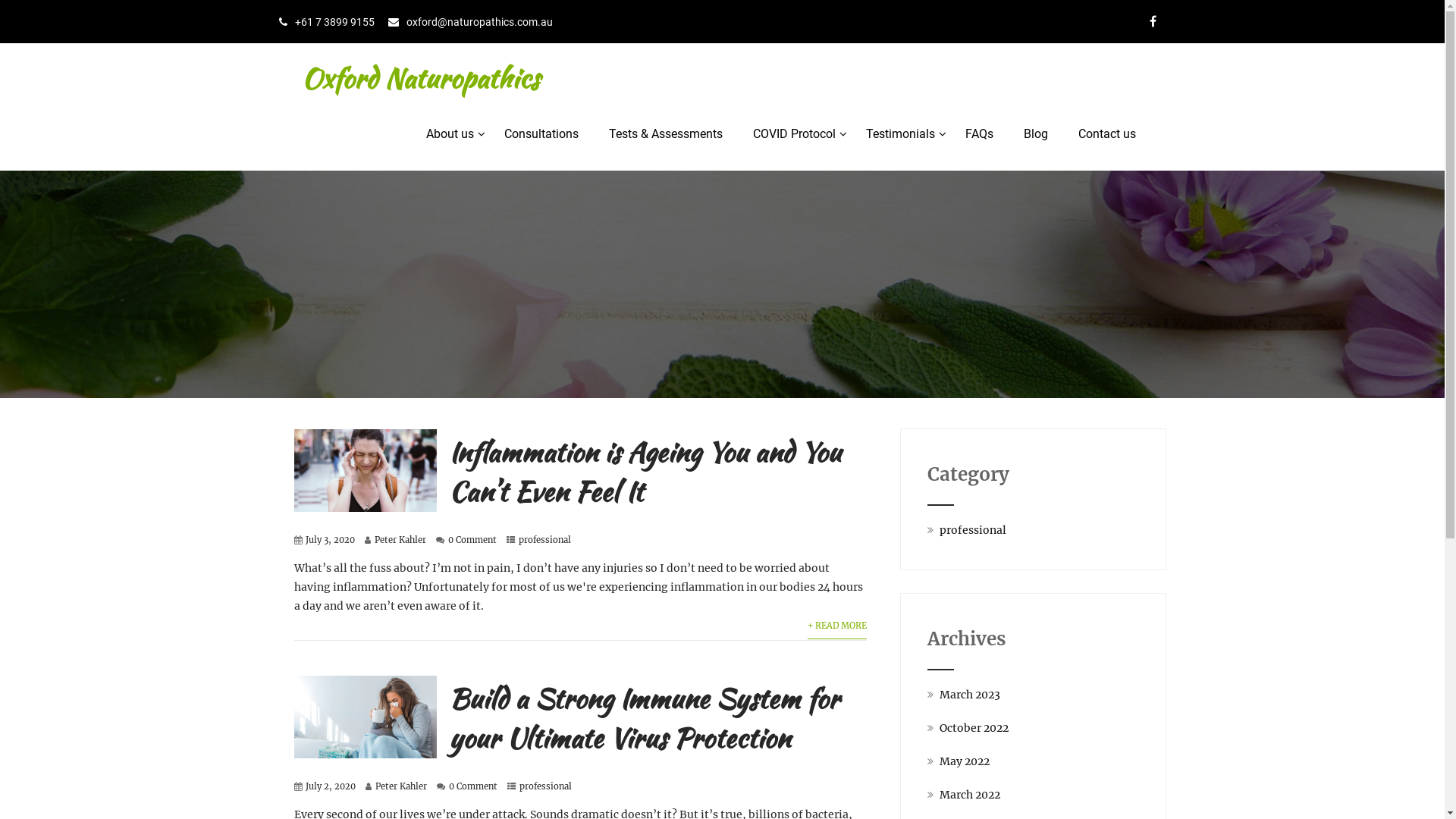 This screenshot has width=1456, height=819. What do you see at coordinates (449, 133) in the screenshot?
I see `'About us'` at bounding box center [449, 133].